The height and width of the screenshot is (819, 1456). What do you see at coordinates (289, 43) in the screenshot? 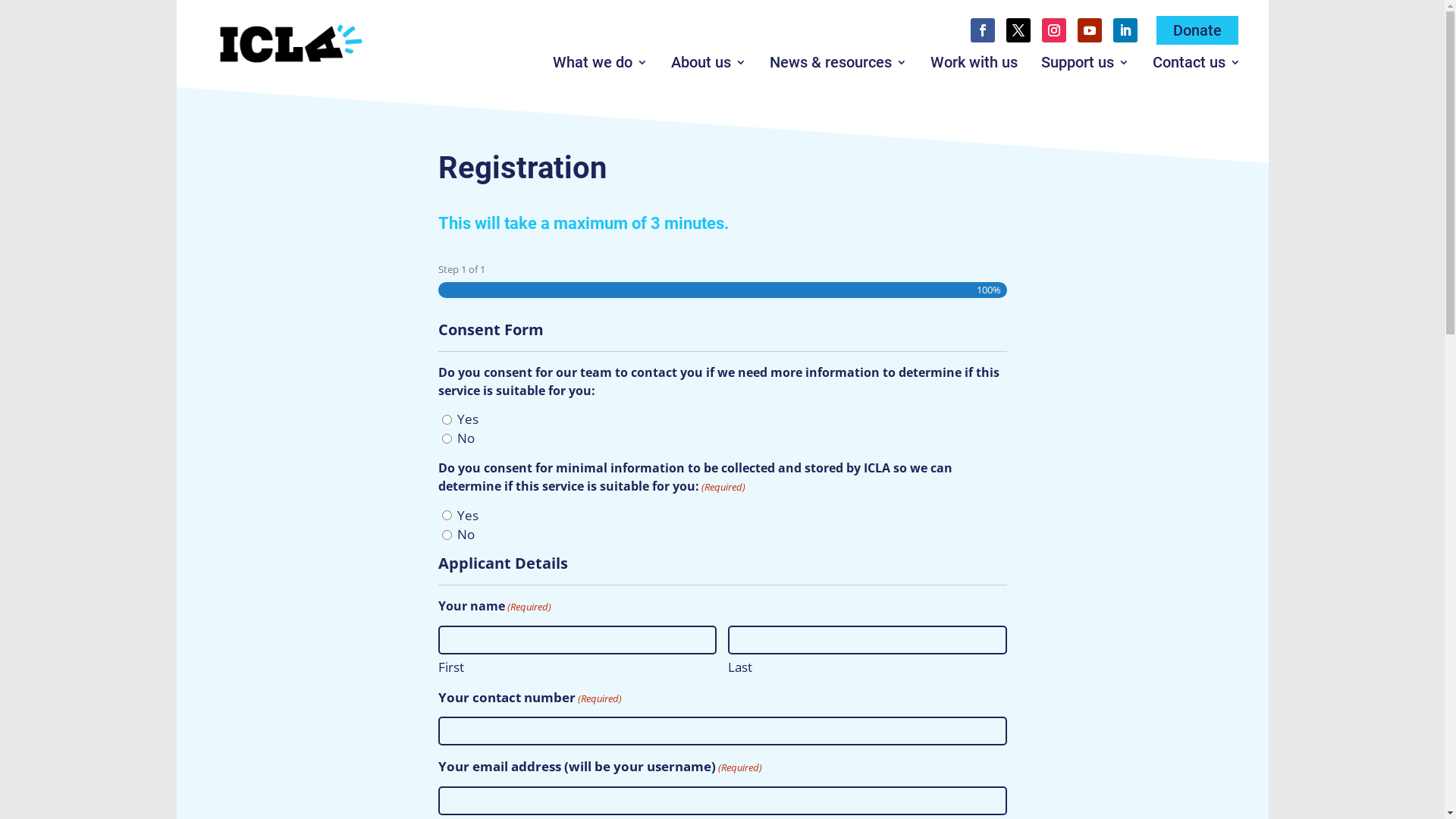
I see `'ICLA_Logo_Colour_Rev_Full_1_lge'` at bounding box center [289, 43].